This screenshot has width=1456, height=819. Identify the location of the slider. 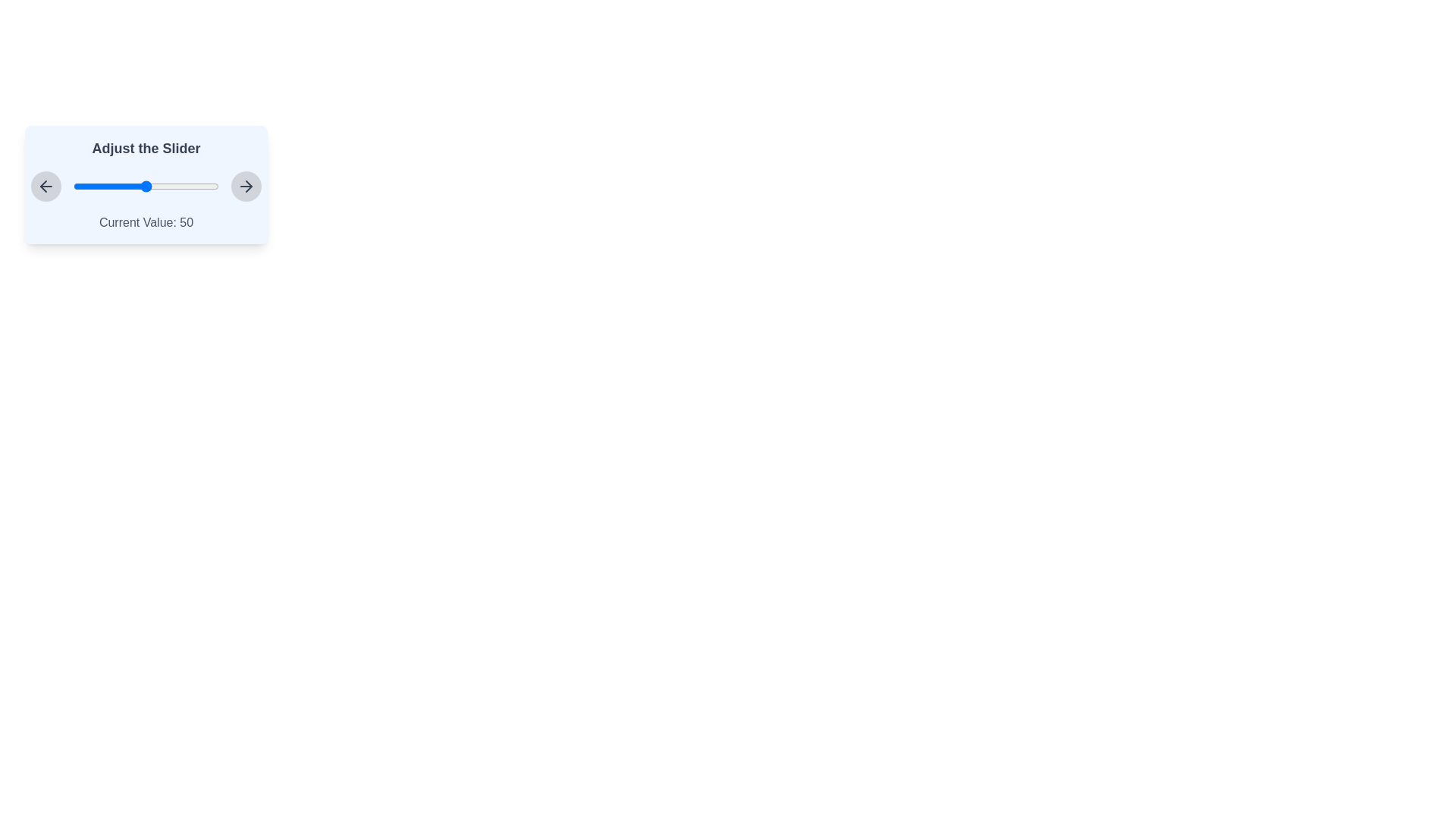
(175, 186).